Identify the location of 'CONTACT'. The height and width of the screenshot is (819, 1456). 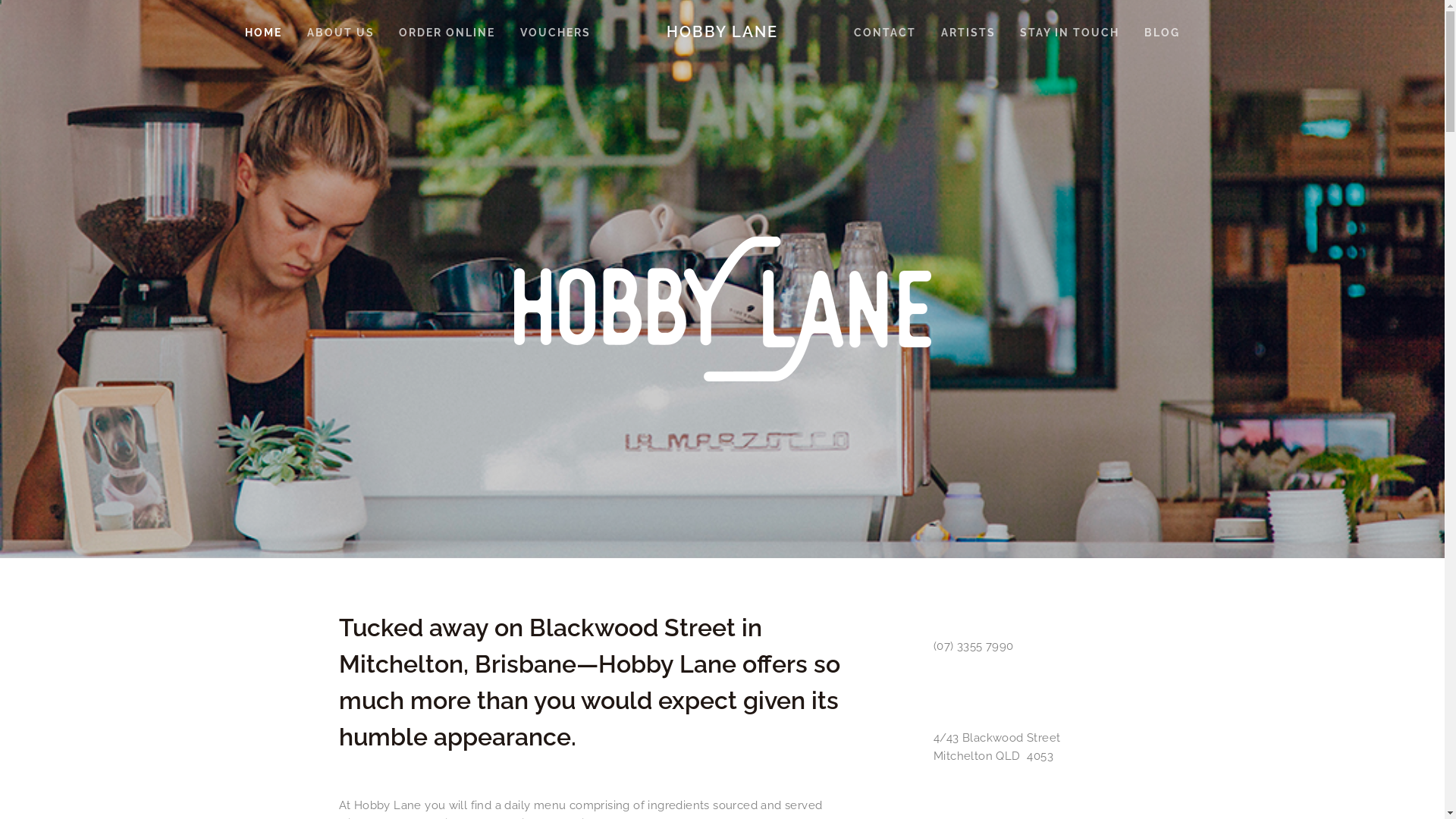
(884, 32).